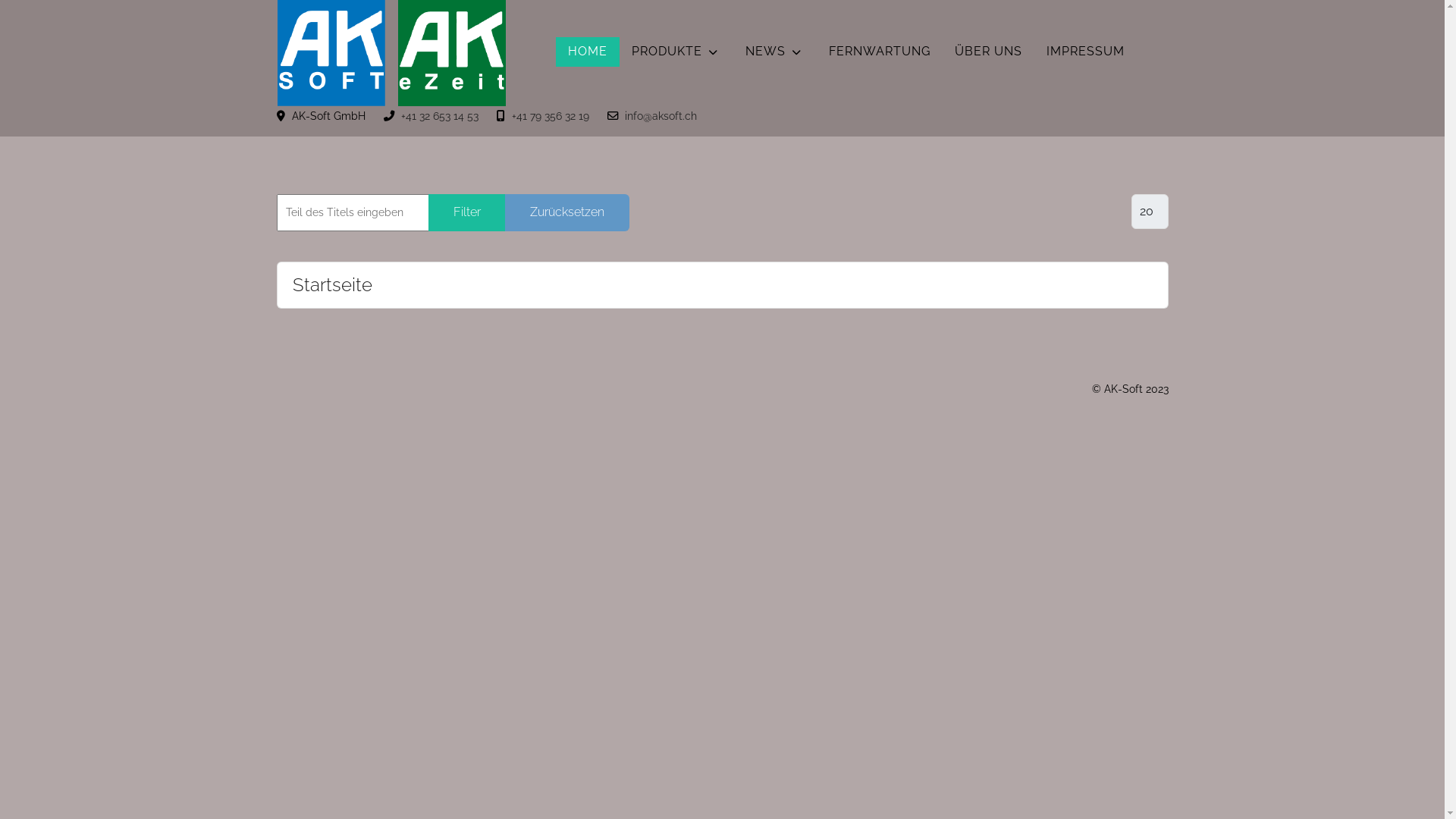 Image resolution: width=1456 pixels, height=819 pixels. What do you see at coordinates (774, 51) in the screenshot?
I see `'NEWS'` at bounding box center [774, 51].